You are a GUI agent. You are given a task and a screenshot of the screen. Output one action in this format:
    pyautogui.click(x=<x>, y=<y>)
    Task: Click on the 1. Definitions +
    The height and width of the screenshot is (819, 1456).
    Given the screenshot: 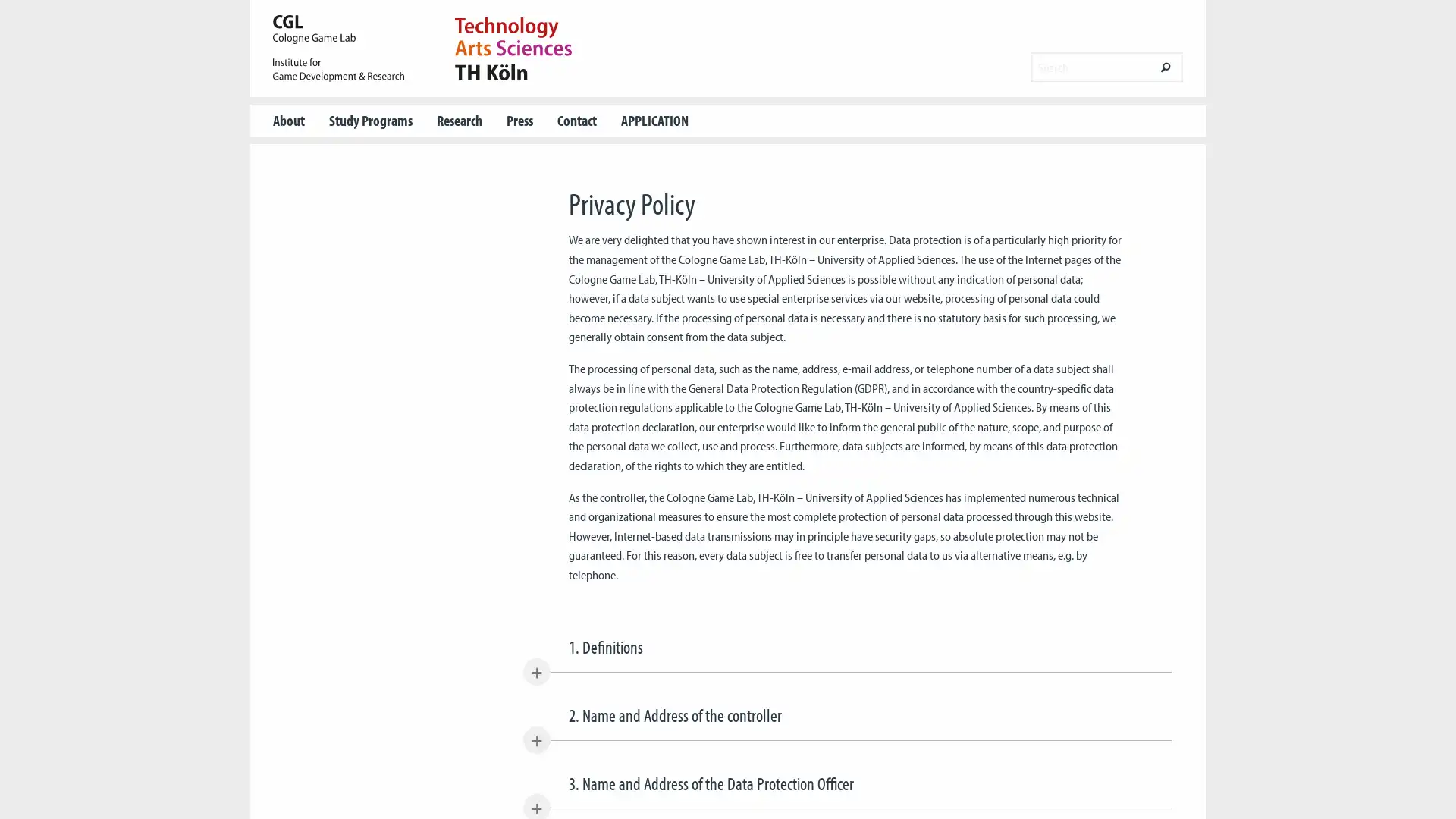 What is the action you would take?
    pyautogui.click(x=846, y=652)
    